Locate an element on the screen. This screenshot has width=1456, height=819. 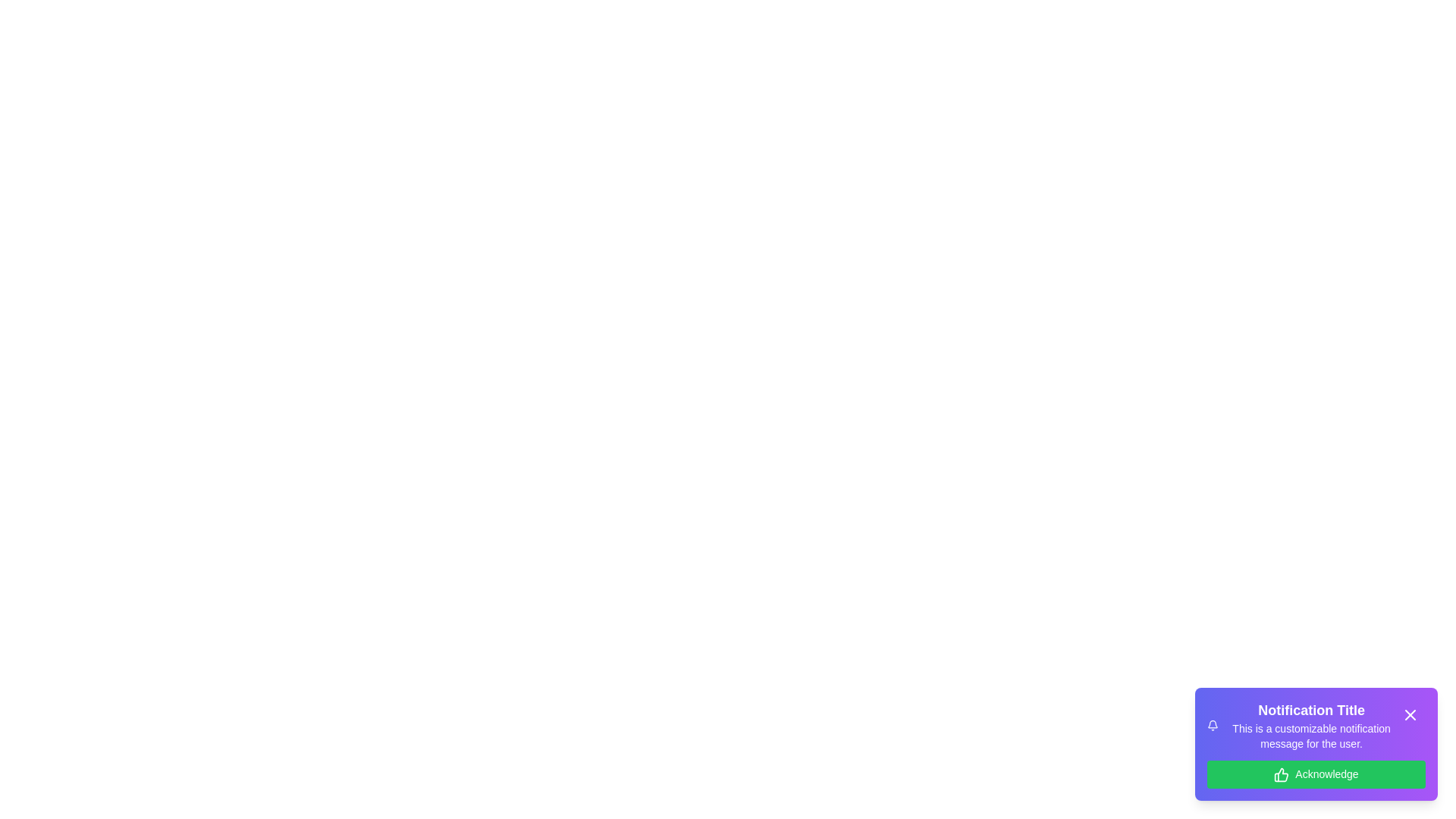
close button to dismiss the snackbar is located at coordinates (1410, 714).